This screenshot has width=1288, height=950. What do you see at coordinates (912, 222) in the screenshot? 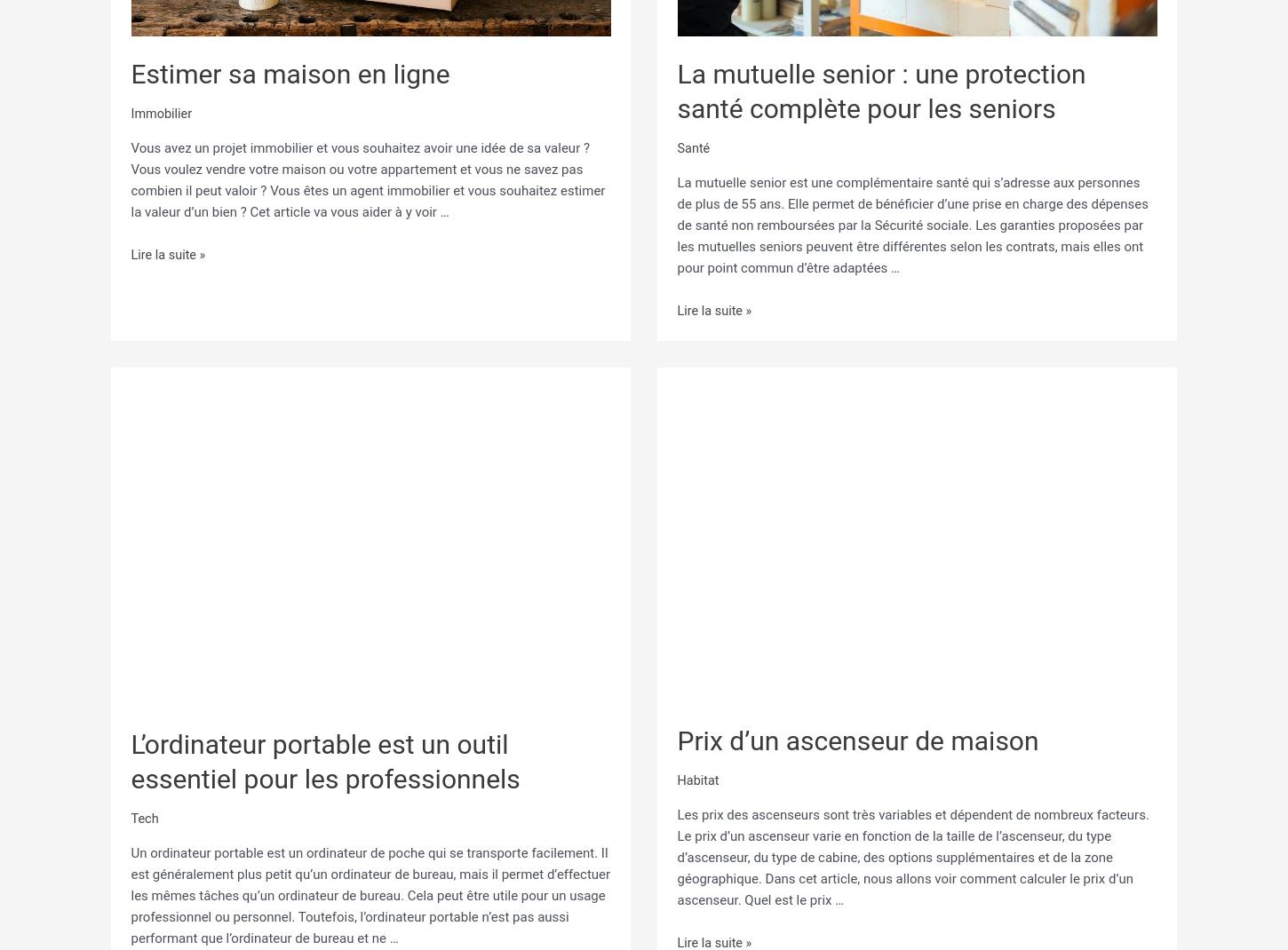
I see `'La mutuelle senior est une complémentaire santé qui s’adresse aux personnes de plus de 55 ans. Elle permet de bénéficier d’une prise en charge des dépenses de santé non remboursées par la Sécurité sociale. Les garanties proposées par les mutuelles seniors peuvent être différentes selon les contrats, mais elles ont pour point commun d’être adaptées …'` at bounding box center [912, 222].